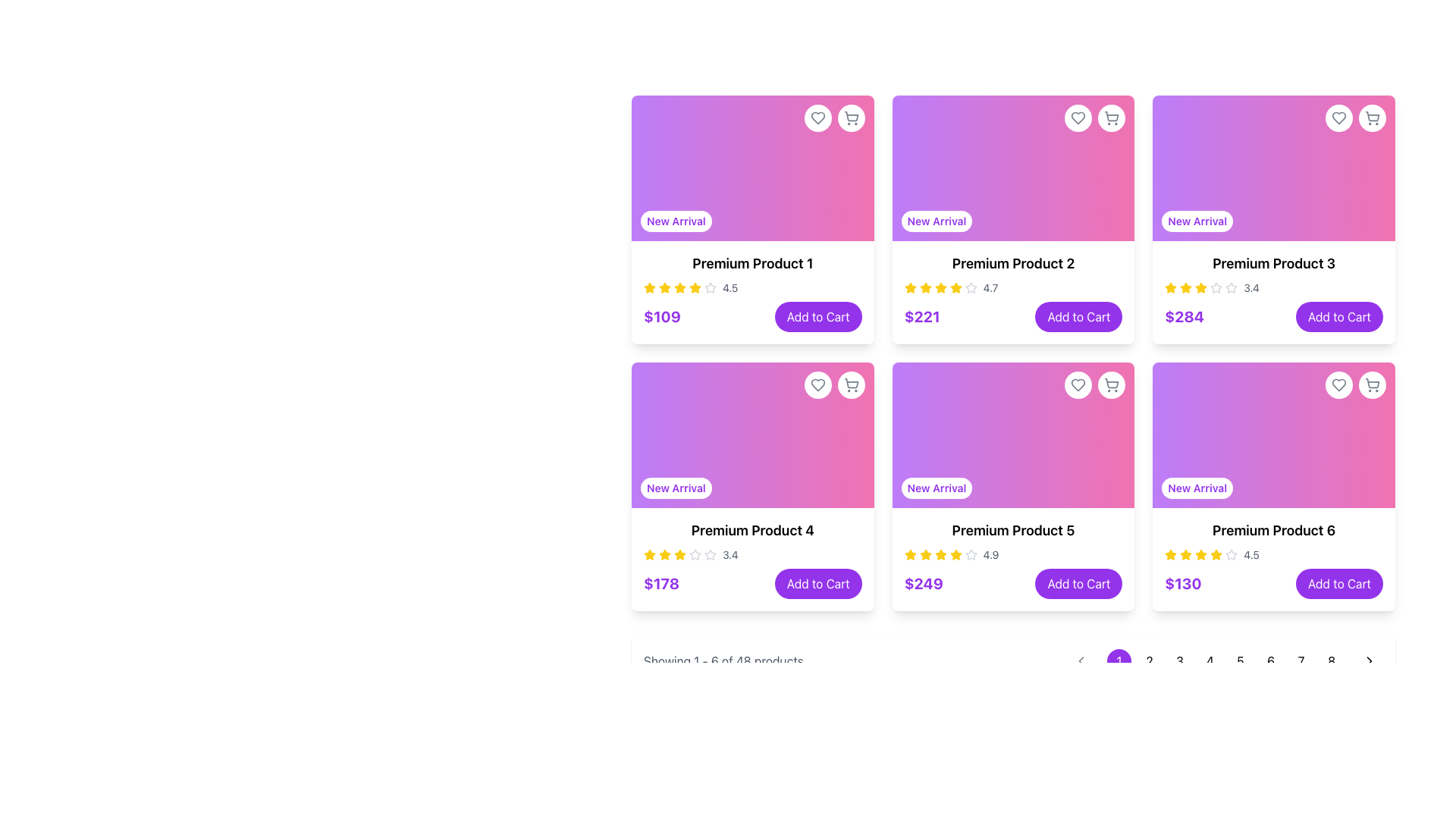 The image size is (1456, 819). I want to click on the heart button in the top-right corner of the 'Premium Product 1' card to mark the product as a favorite, so click(817, 384).